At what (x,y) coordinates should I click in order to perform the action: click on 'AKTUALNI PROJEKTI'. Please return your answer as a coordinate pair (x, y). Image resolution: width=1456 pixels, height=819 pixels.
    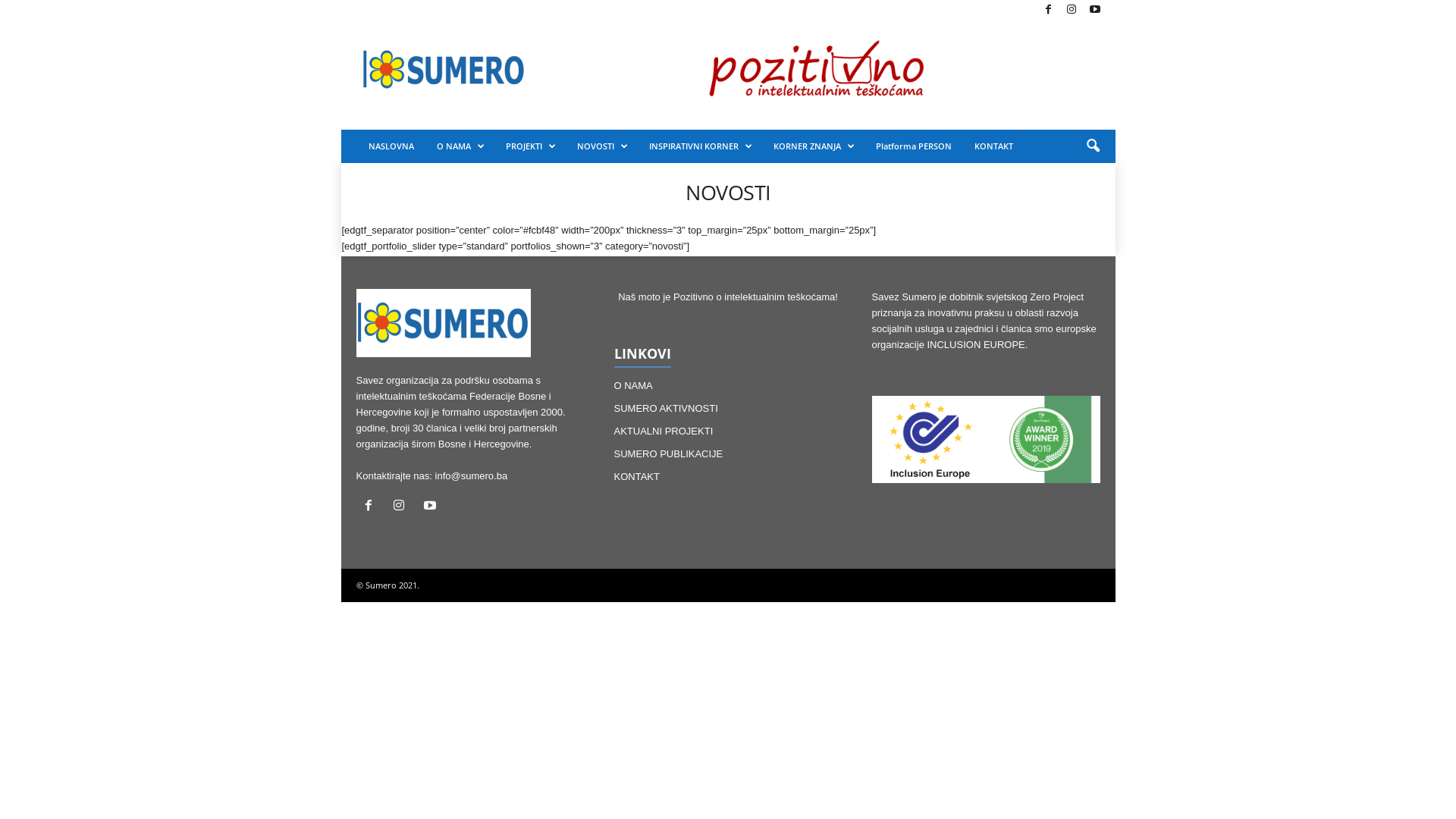
    Looking at the image, I should click on (664, 431).